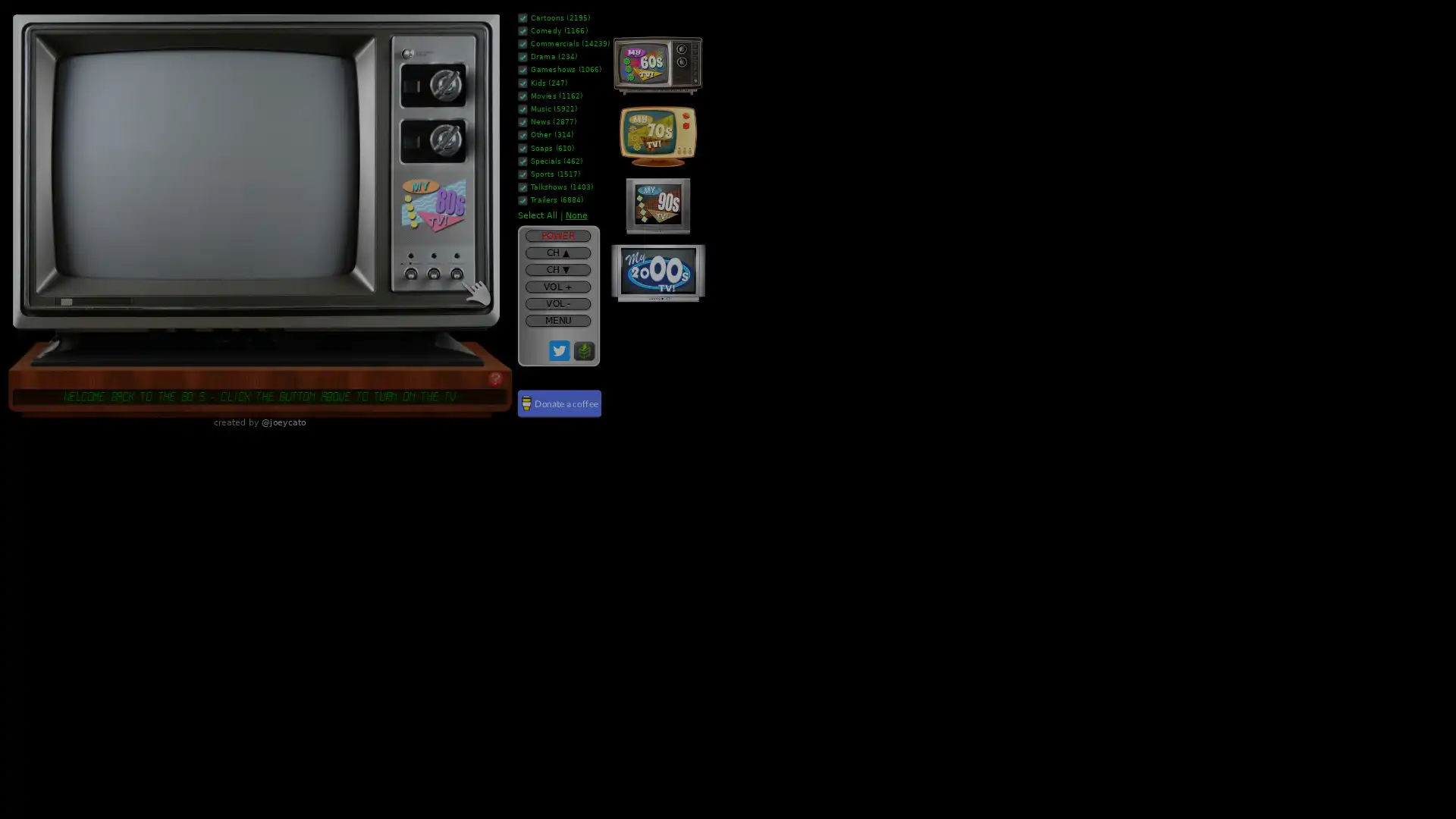  What do you see at coordinates (557, 287) in the screenshot?
I see `VOL +` at bounding box center [557, 287].